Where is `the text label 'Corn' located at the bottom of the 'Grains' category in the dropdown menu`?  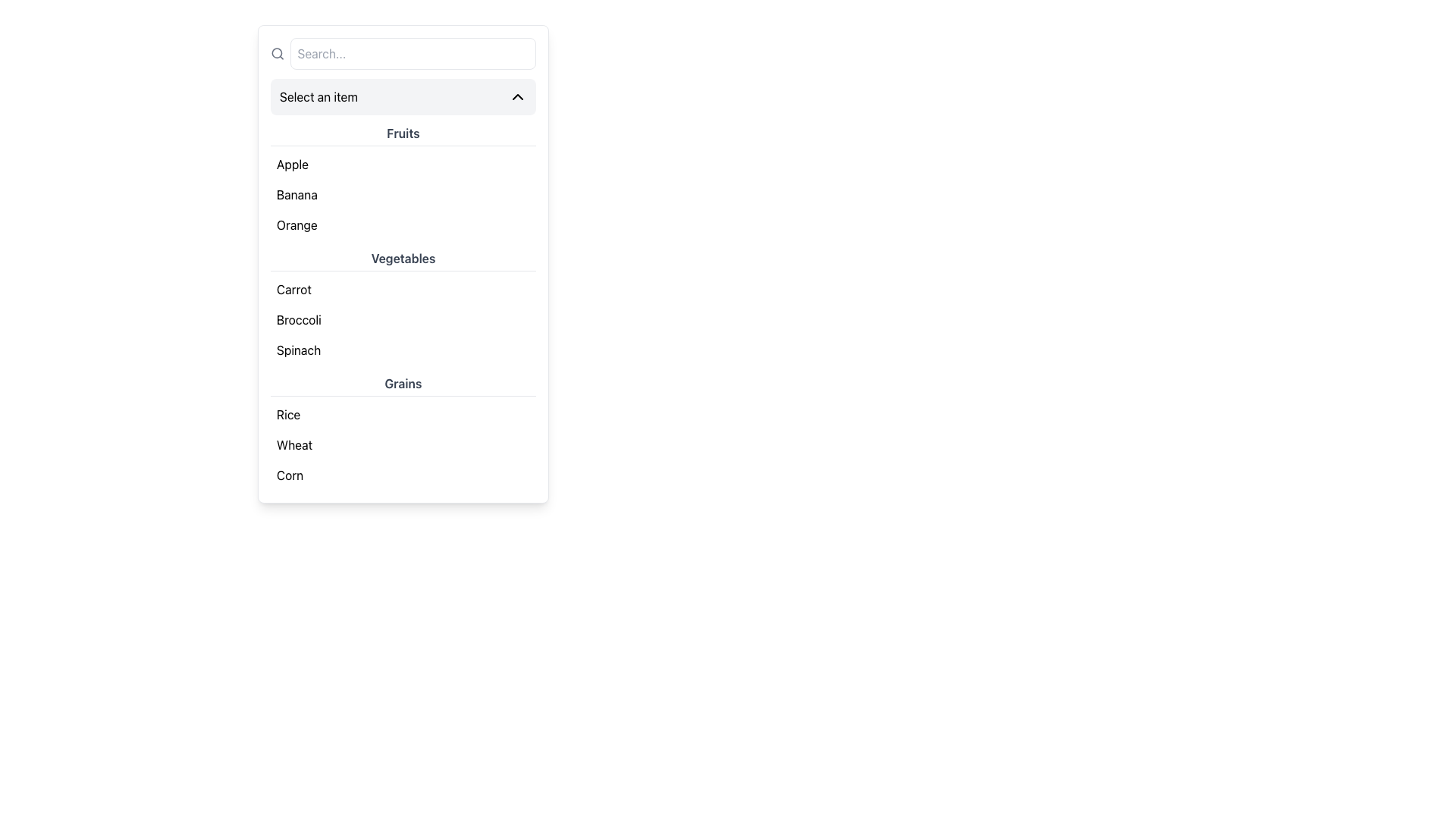
the text label 'Corn' located at the bottom of the 'Grains' category in the dropdown menu is located at coordinates (290, 475).